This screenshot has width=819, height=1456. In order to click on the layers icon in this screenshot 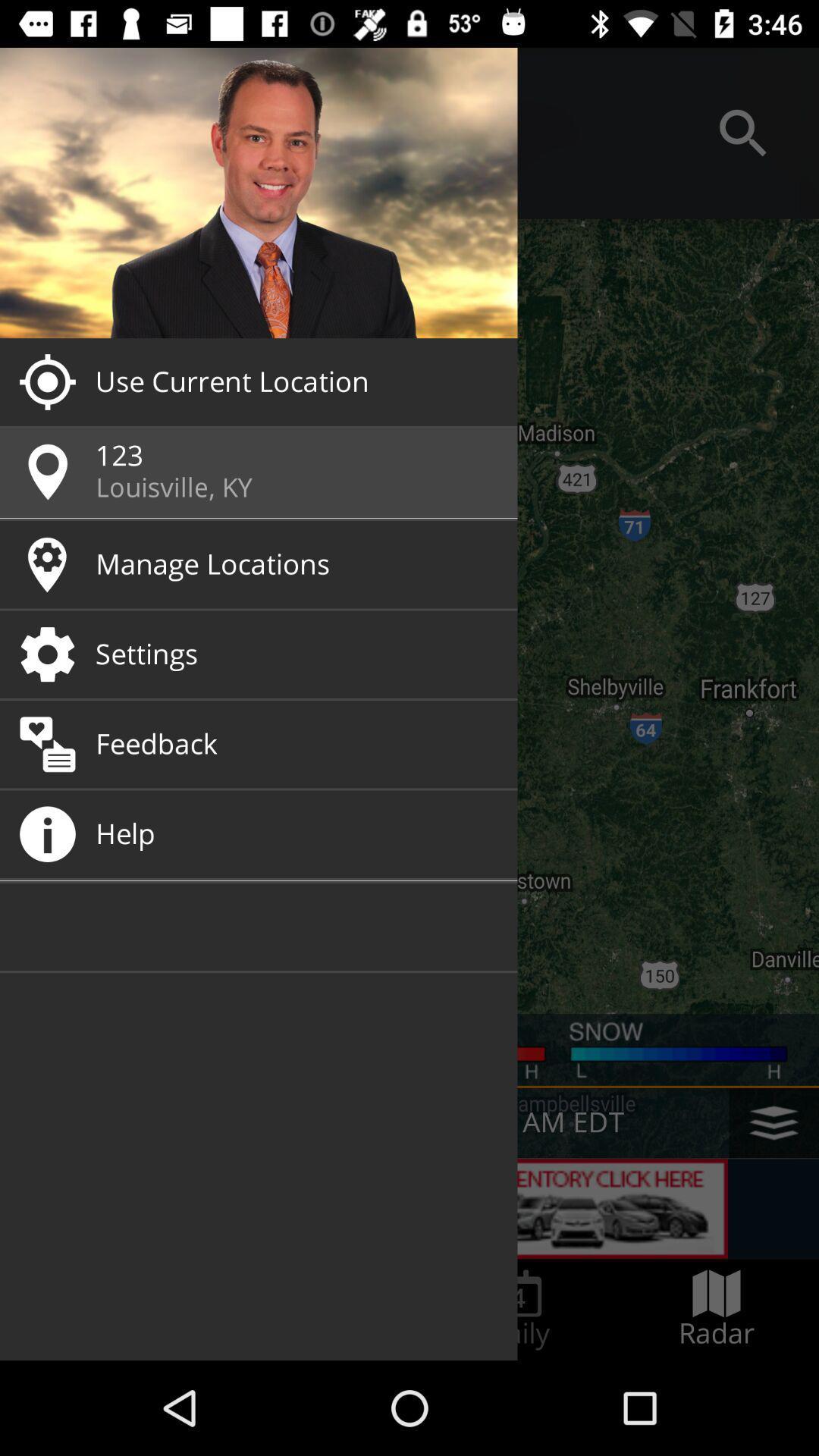, I will do `click(773, 1122)`.